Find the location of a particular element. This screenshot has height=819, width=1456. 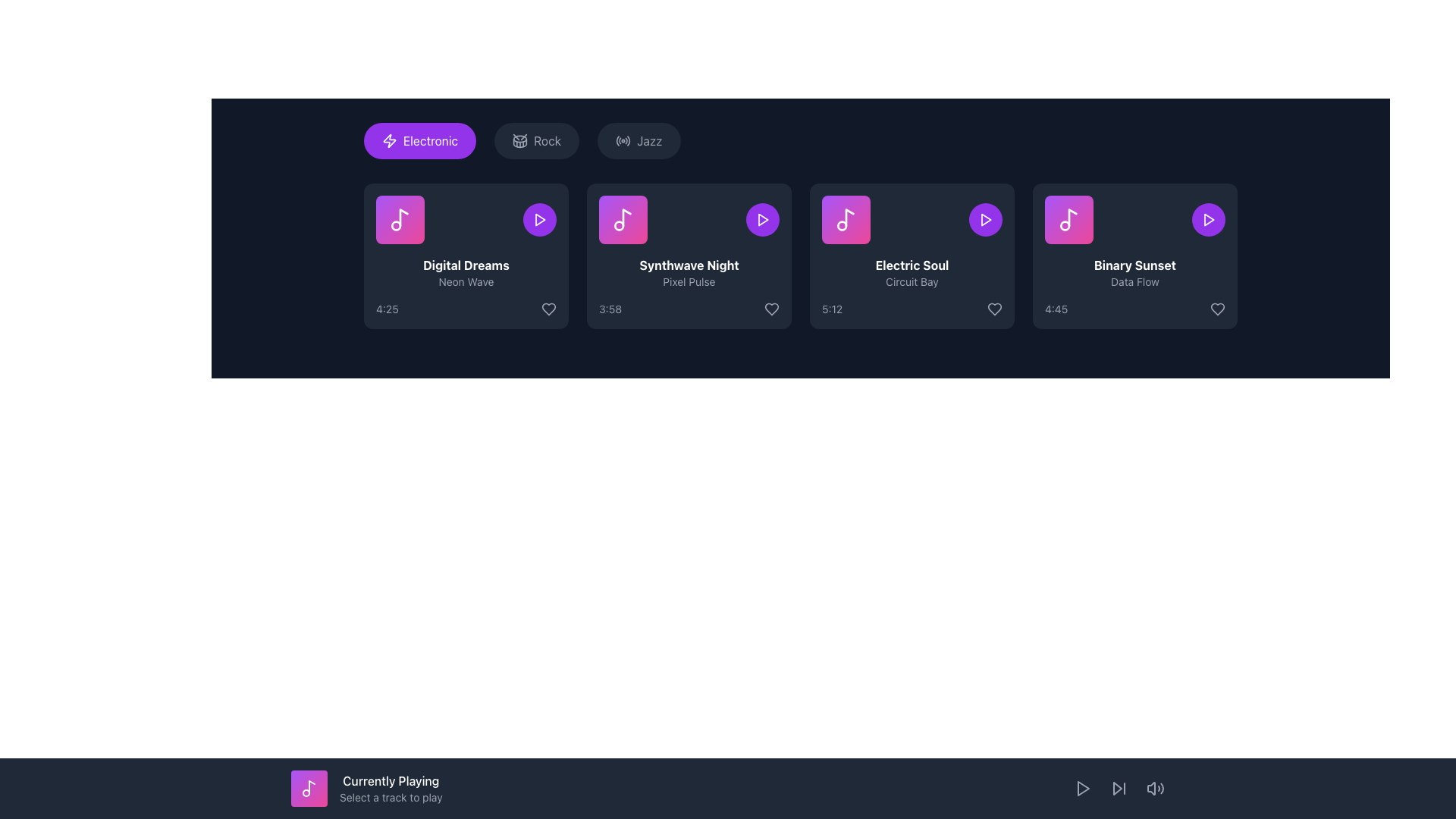

the triangular play button with a purple background located at the top-right corner of the 'Binary Sunset' music card to initiate playback is located at coordinates (1207, 219).